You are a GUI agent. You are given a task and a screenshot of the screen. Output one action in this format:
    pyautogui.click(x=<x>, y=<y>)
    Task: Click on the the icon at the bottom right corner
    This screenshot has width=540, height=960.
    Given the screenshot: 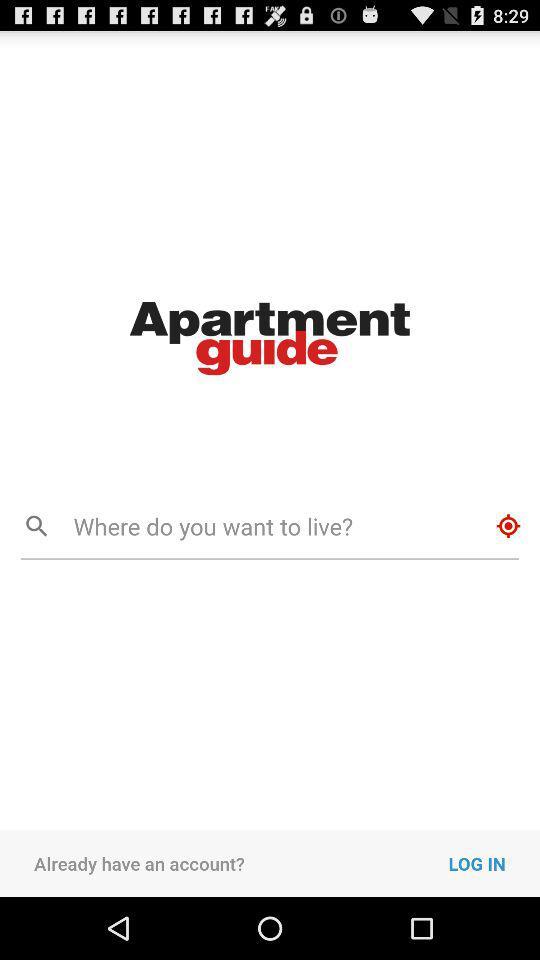 What is the action you would take?
    pyautogui.click(x=493, y=862)
    